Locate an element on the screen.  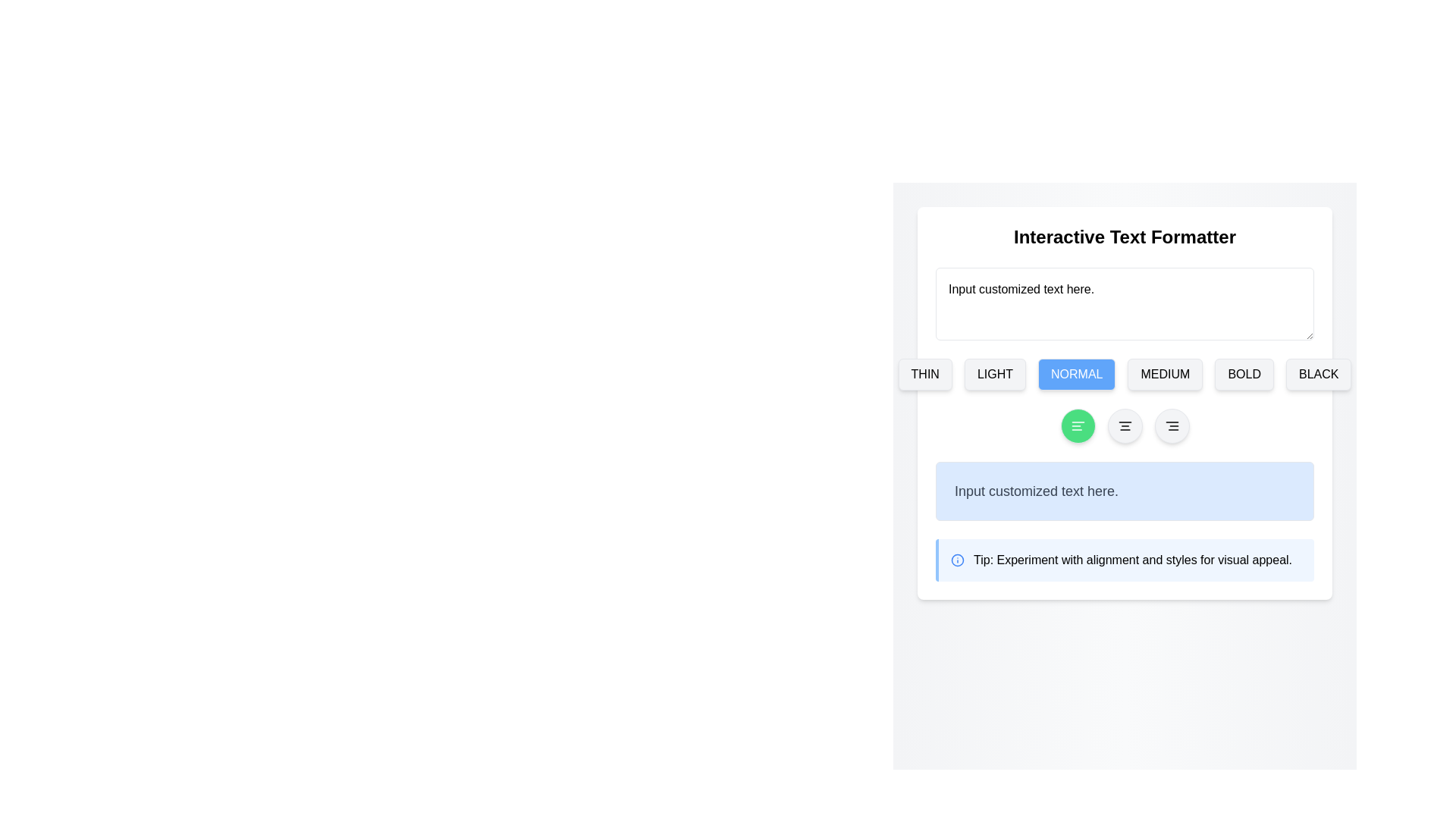
the icon indicating helpful information located in the blue-bordered panel near the bottom of the interface, to the left of the text 'Tip: Experiment with alignment and styles for visual appeal.' is located at coordinates (956, 560).